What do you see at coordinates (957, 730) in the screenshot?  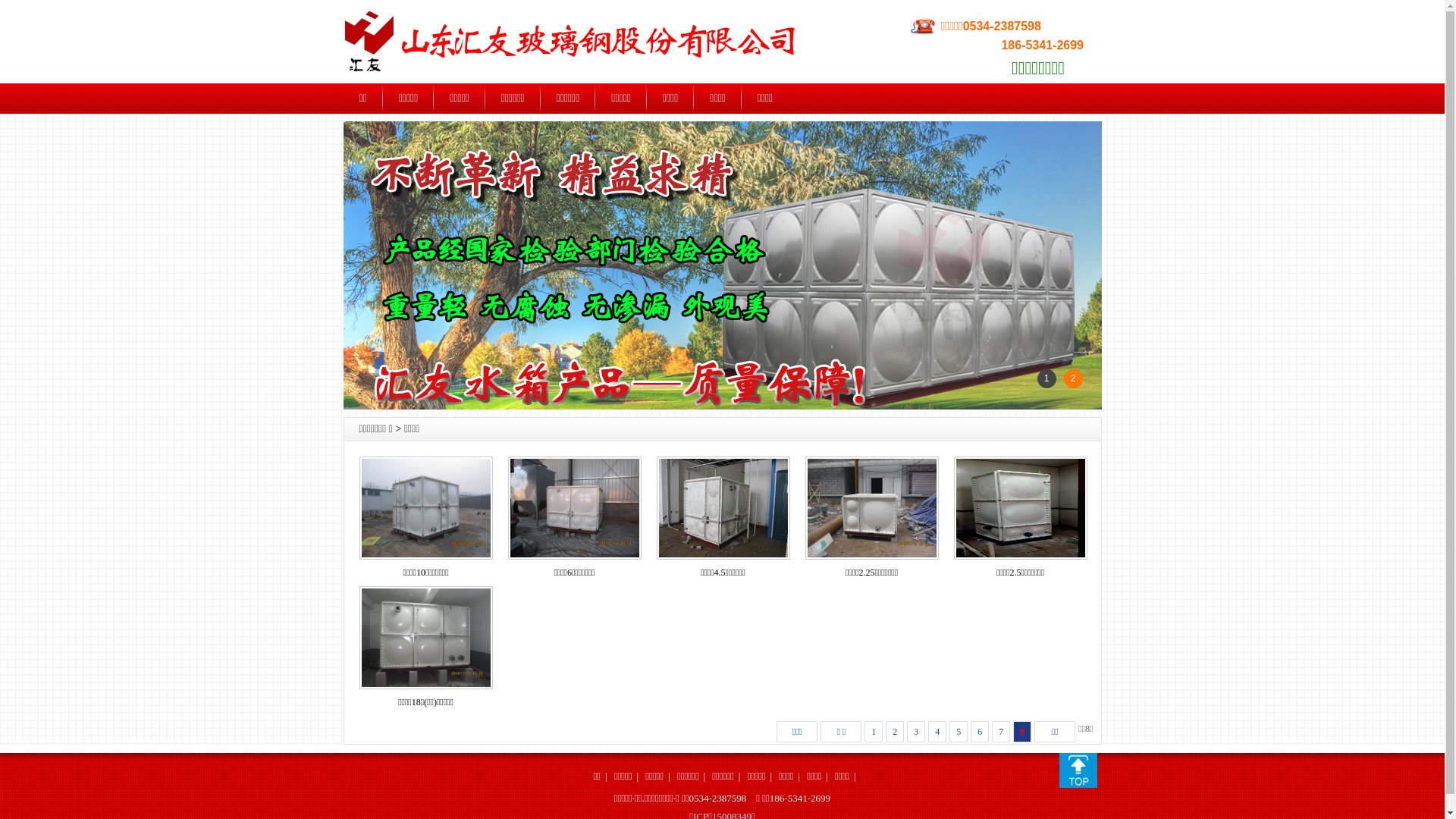 I see `'5'` at bounding box center [957, 730].